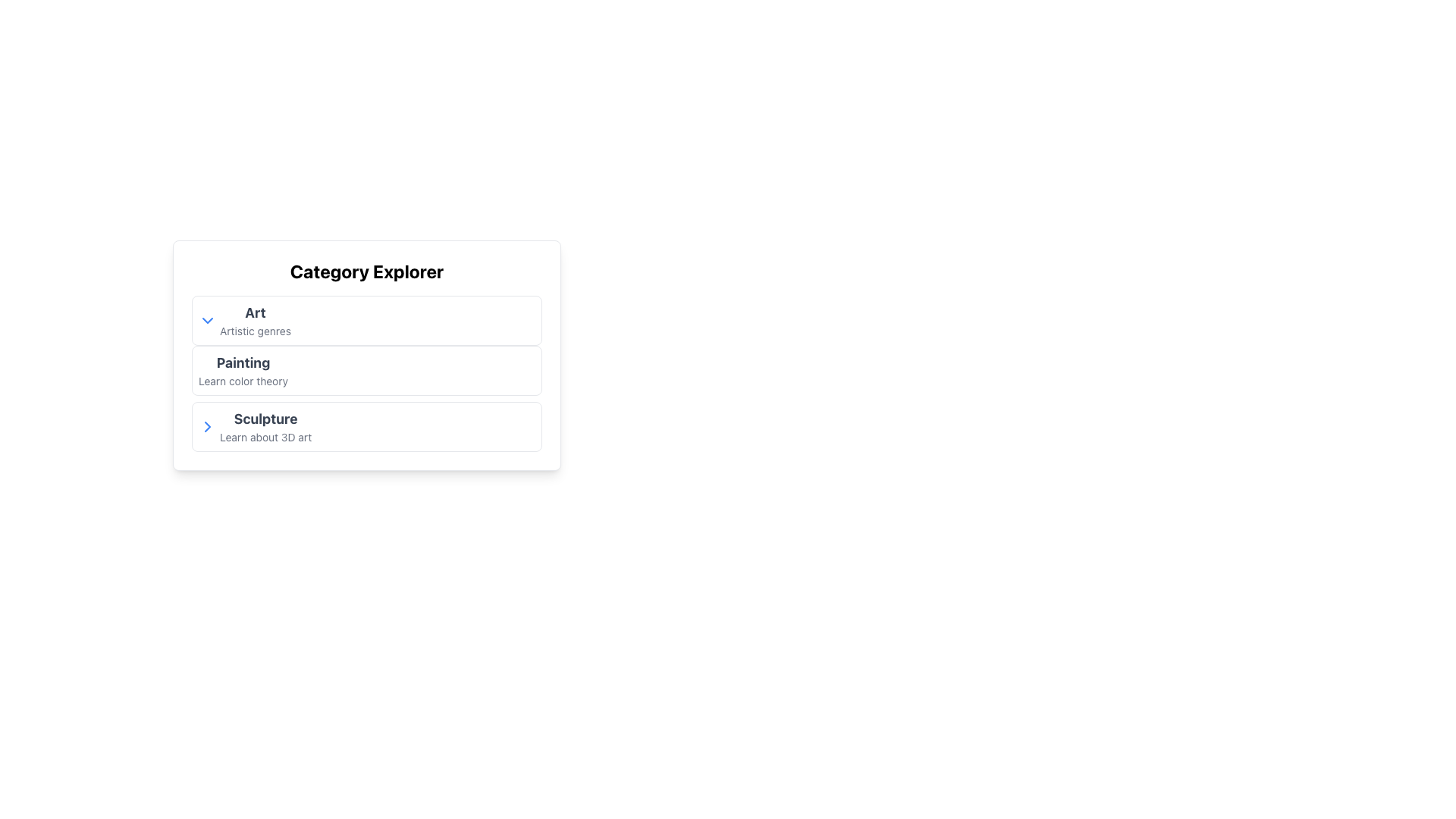  What do you see at coordinates (265, 438) in the screenshot?
I see `the text label that provides supplementary information for the 'Sculpture' category in the 'Category Explorer' panel, which is positioned directly below the title 'Sculpture'` at bounding box center [265, 438].